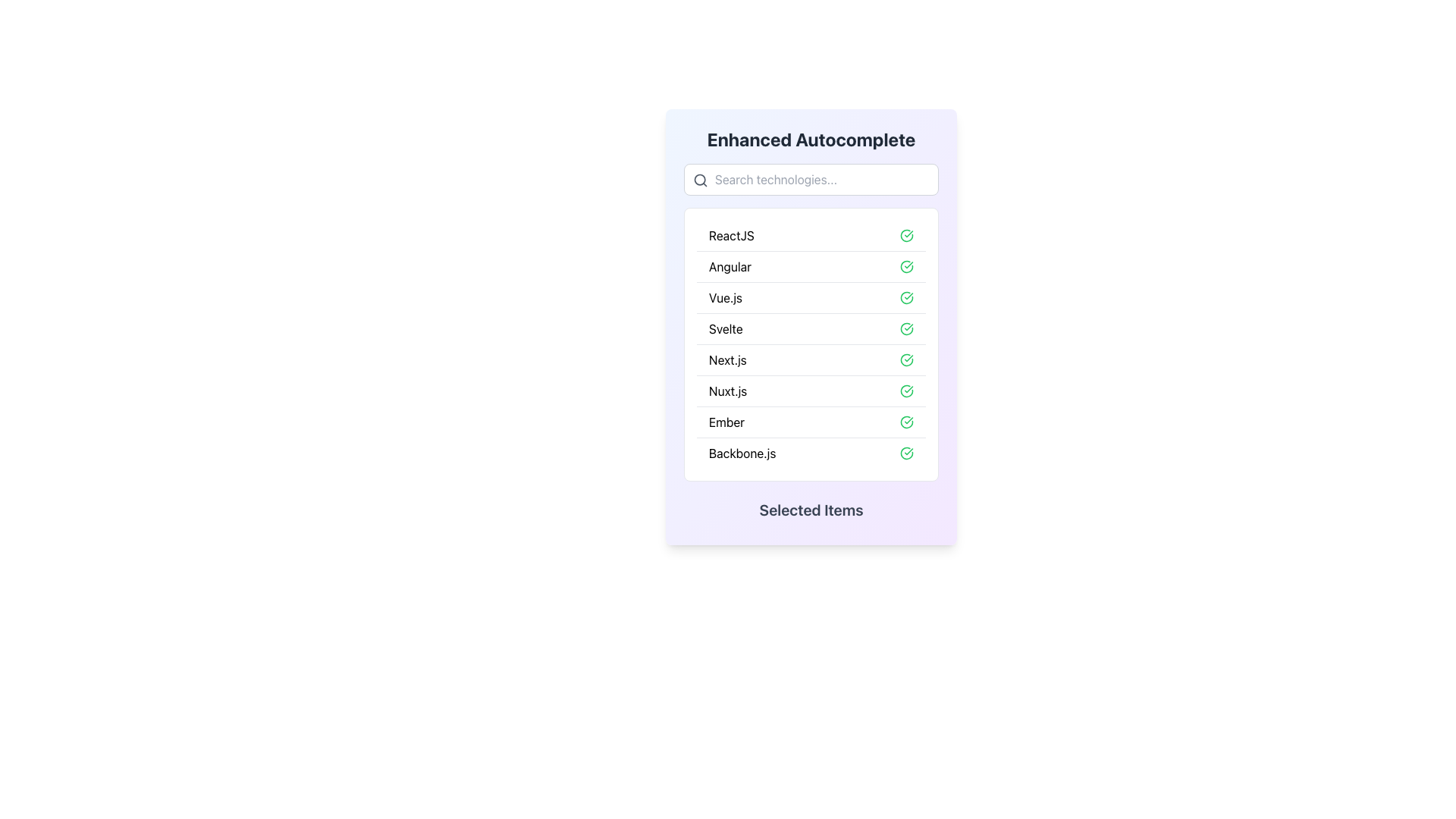 This screenshot has height=819, width=1456. What do you see at coordinates (906, 391) in the screenshot?
I see `the green outlined circular icon with a checkmark cutout that is adjacent to the text 'Nuxt.js' in the 'Enhanced Autocomplete' list` at bounding box center [906, 391].